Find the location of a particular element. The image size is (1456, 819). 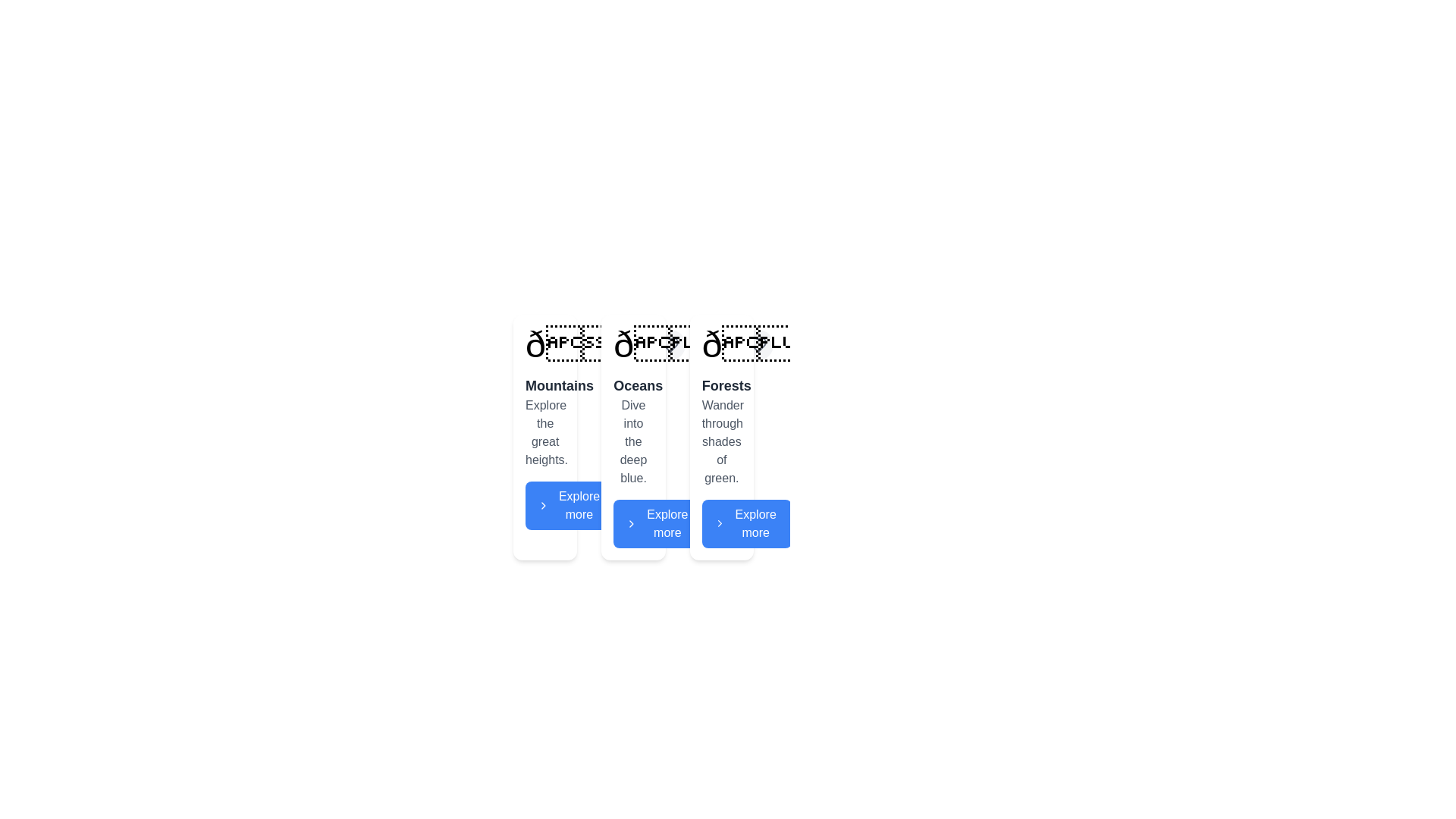

the circular gray button with a heart icon located at the top-right corner of the 'Forests' card to trigger an interaction is located at coordinates (758, 345).